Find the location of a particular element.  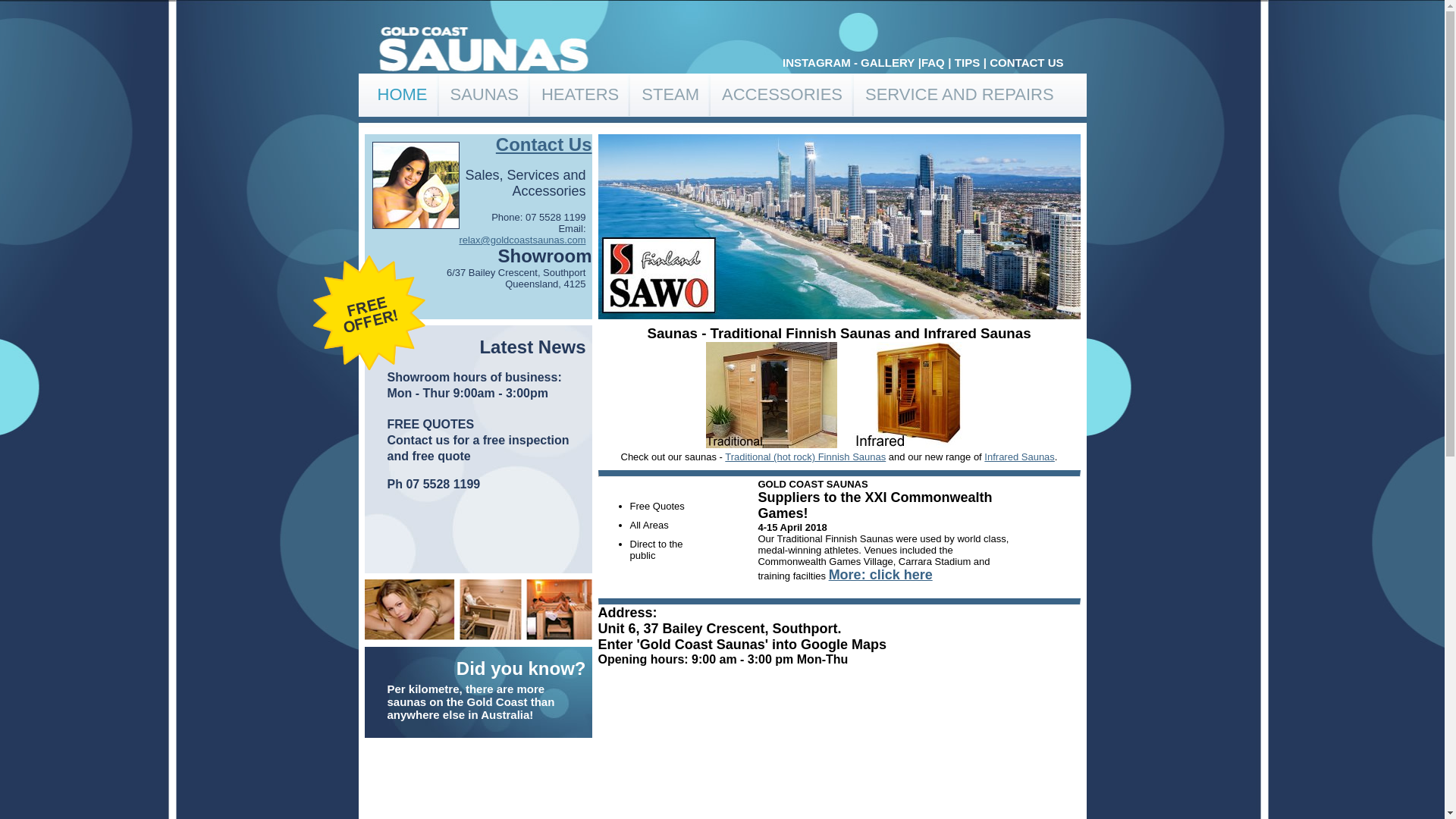

'INSTAGRAM - GALLERY' is located at coordinates (847, 61).